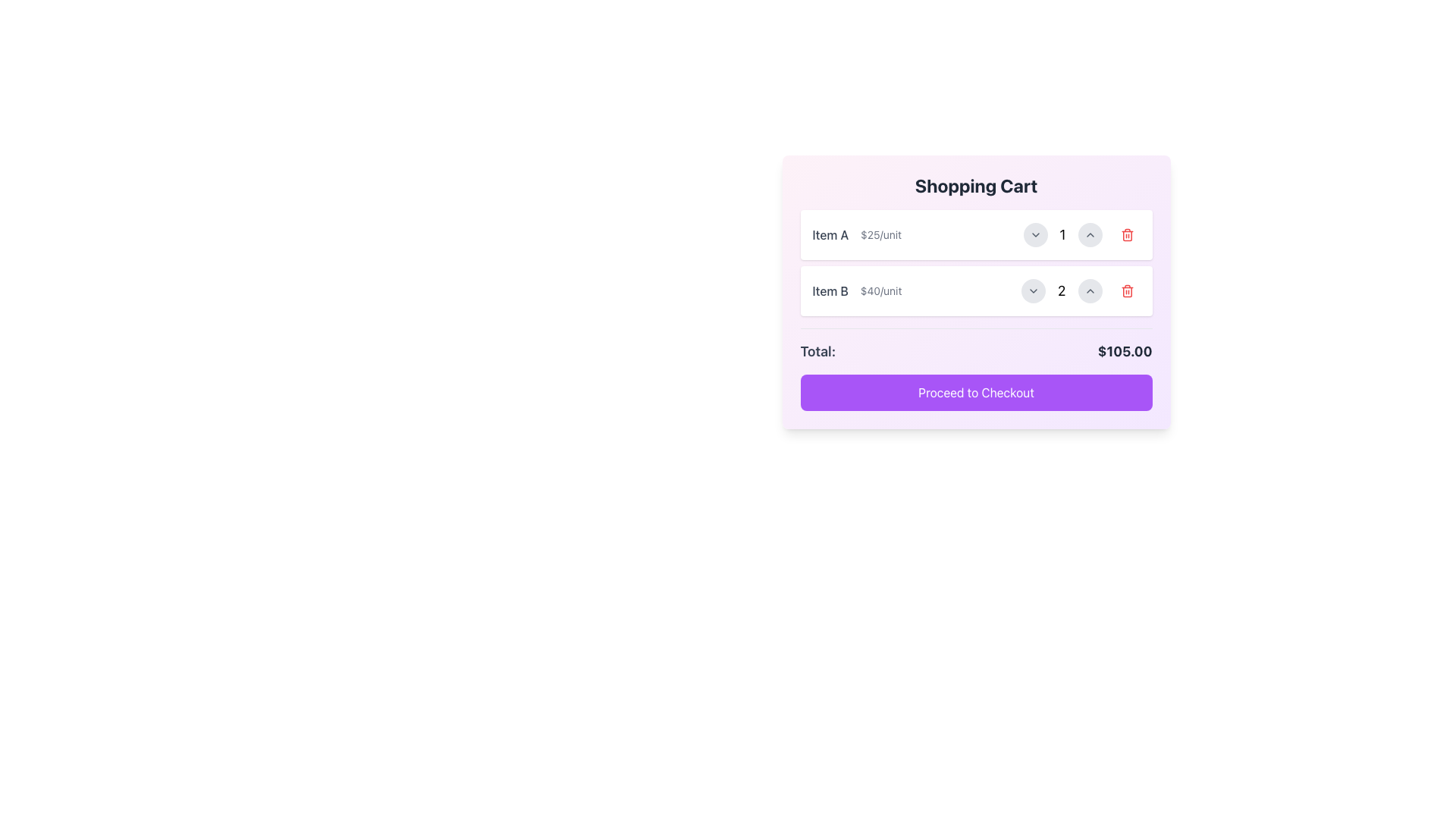  Describe the element at coordinates (1033, 291) in the screenshot. I see `the downward-pointing arrow icon inside the circular button located to the right of the quantity selector for 'Item B'` at that location.